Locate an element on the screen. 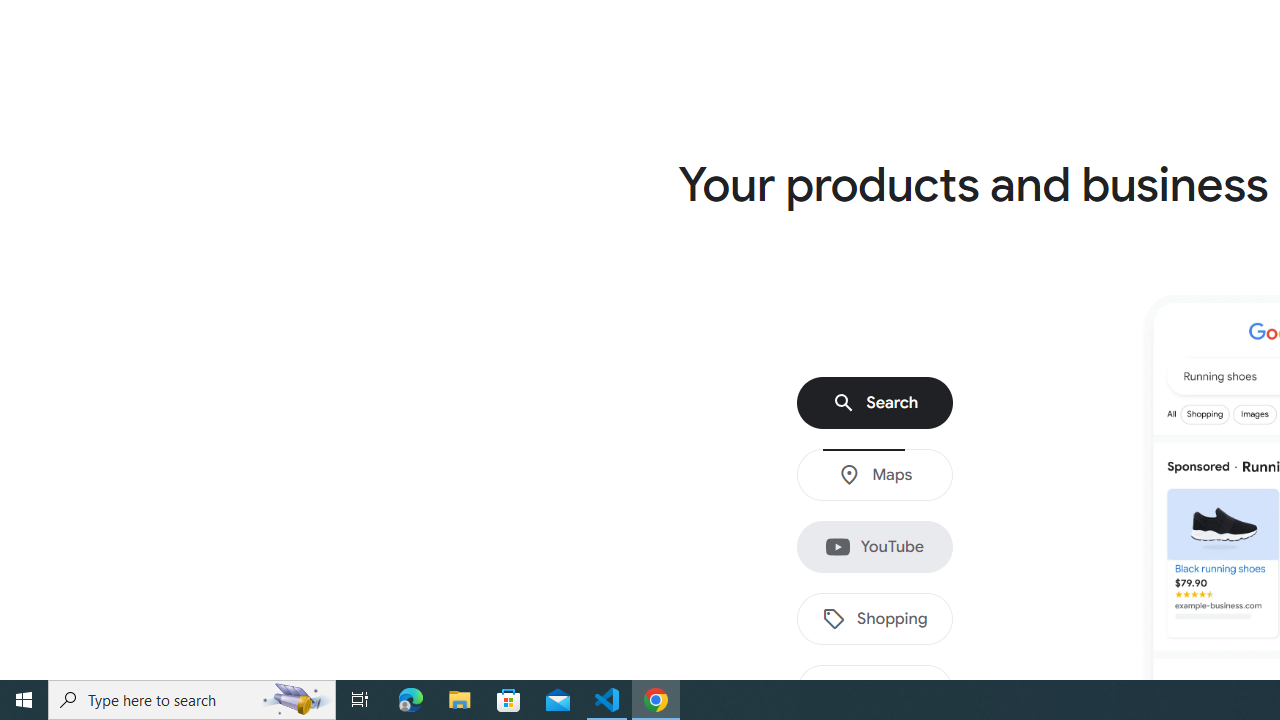 The width and height of the screenshot is (1280, 720). 'YouTube' is located at coordinates (875, 547).